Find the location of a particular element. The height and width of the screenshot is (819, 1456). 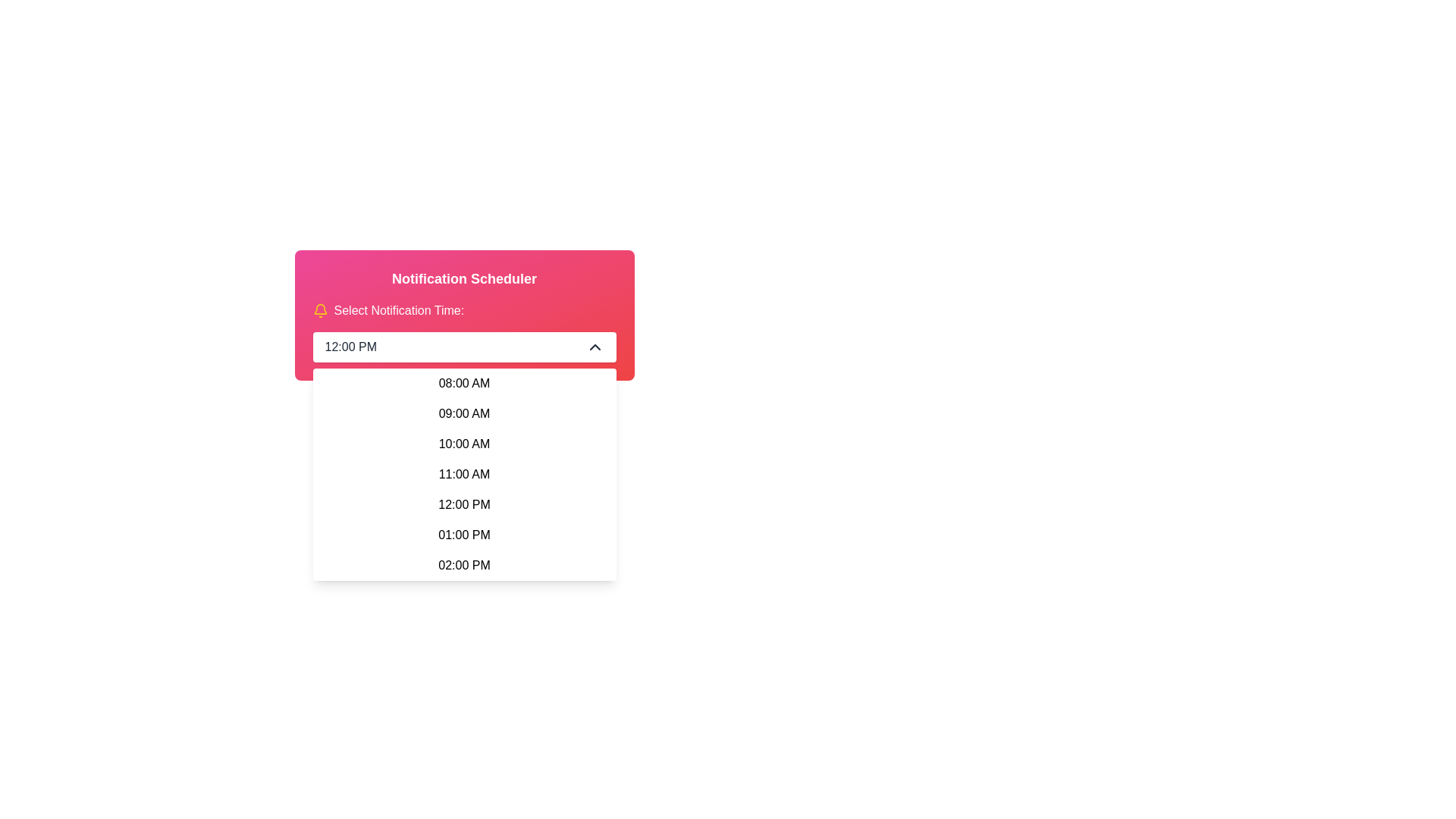

the list item displaying '01:00 PM' is located at coordinates (463, 534).